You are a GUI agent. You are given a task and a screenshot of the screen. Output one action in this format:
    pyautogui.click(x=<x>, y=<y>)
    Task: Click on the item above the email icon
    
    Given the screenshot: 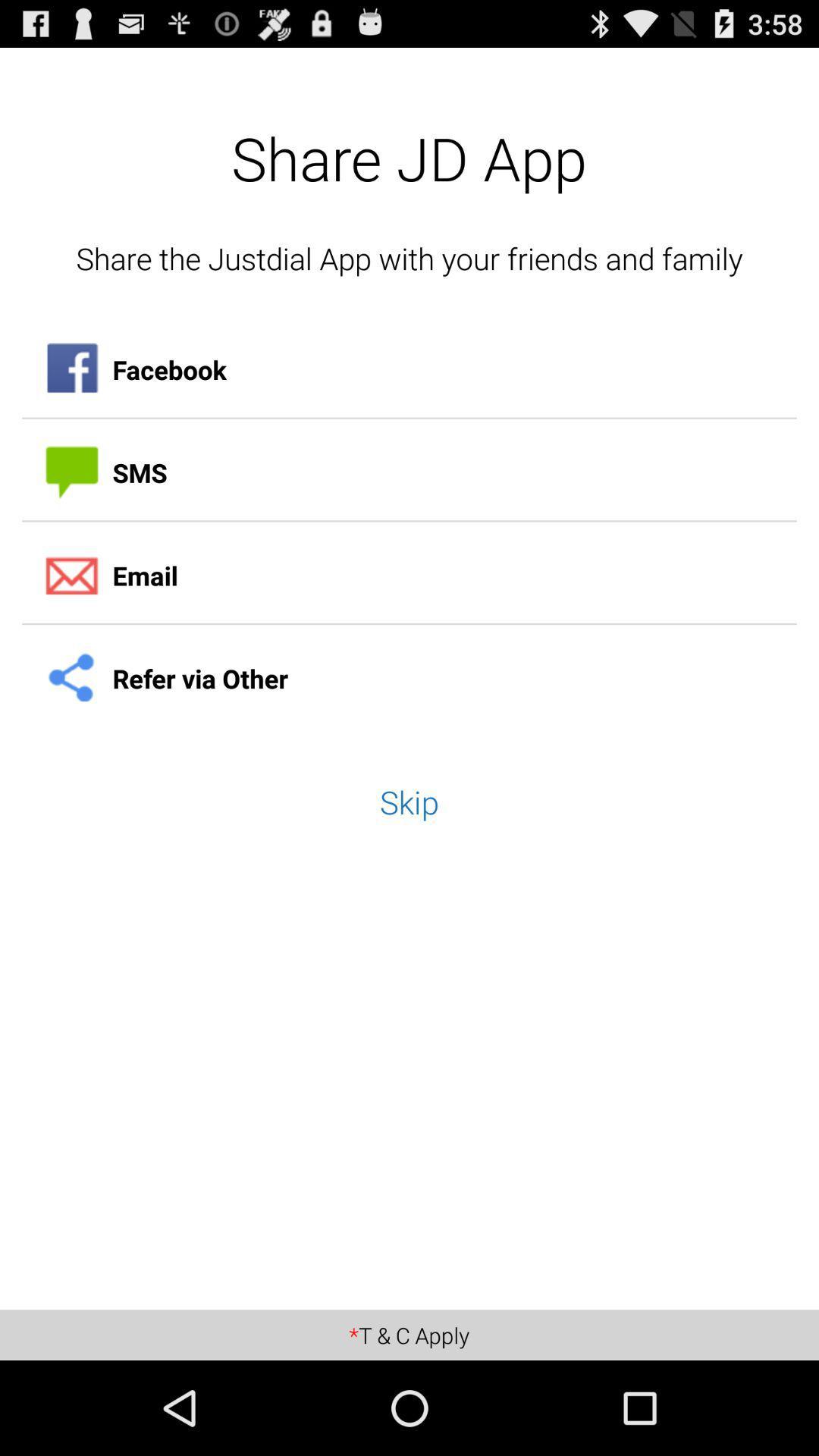 What is the action you would take?
    pyautogui.click(x=409, y=472)
    